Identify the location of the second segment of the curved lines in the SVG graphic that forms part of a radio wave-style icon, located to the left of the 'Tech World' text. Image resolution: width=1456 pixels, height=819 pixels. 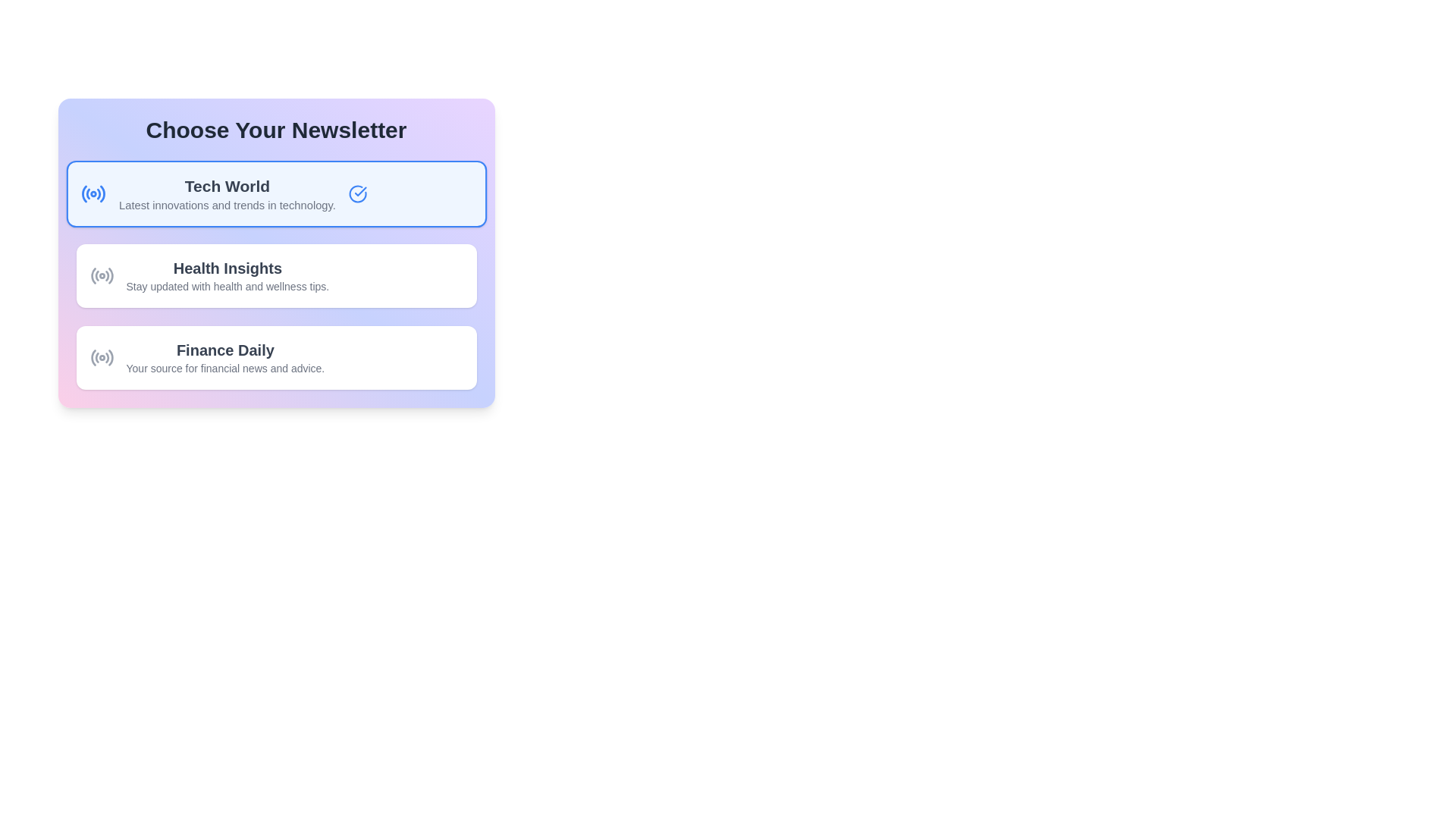
(86, 193).